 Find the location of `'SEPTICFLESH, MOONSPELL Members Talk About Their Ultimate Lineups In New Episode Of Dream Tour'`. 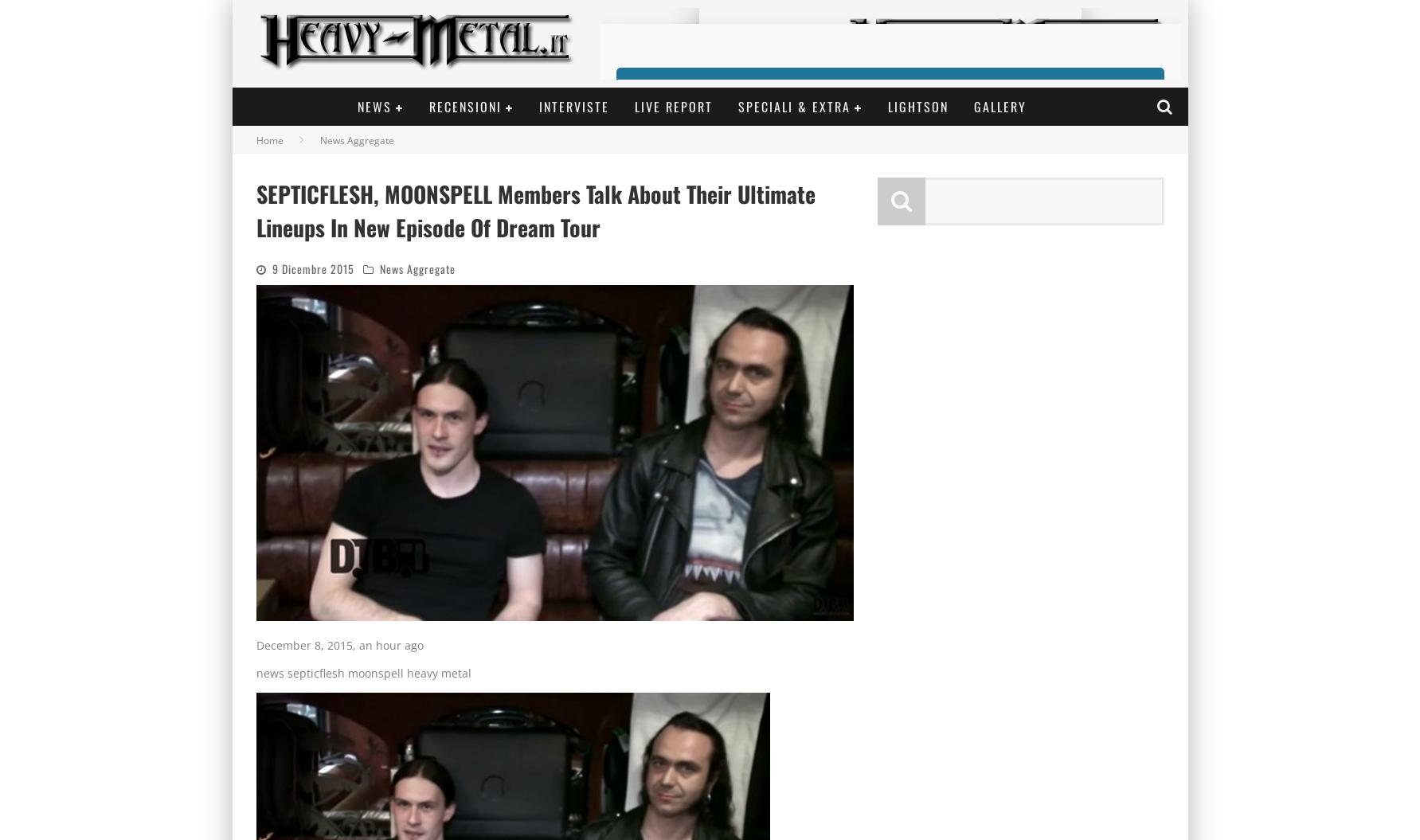

'SEPTICFLESH, MOONSPELL Members Talk About Their Ultimate Lineups In New Episode Of Dream Tour' is located at coordinates (535, 210).